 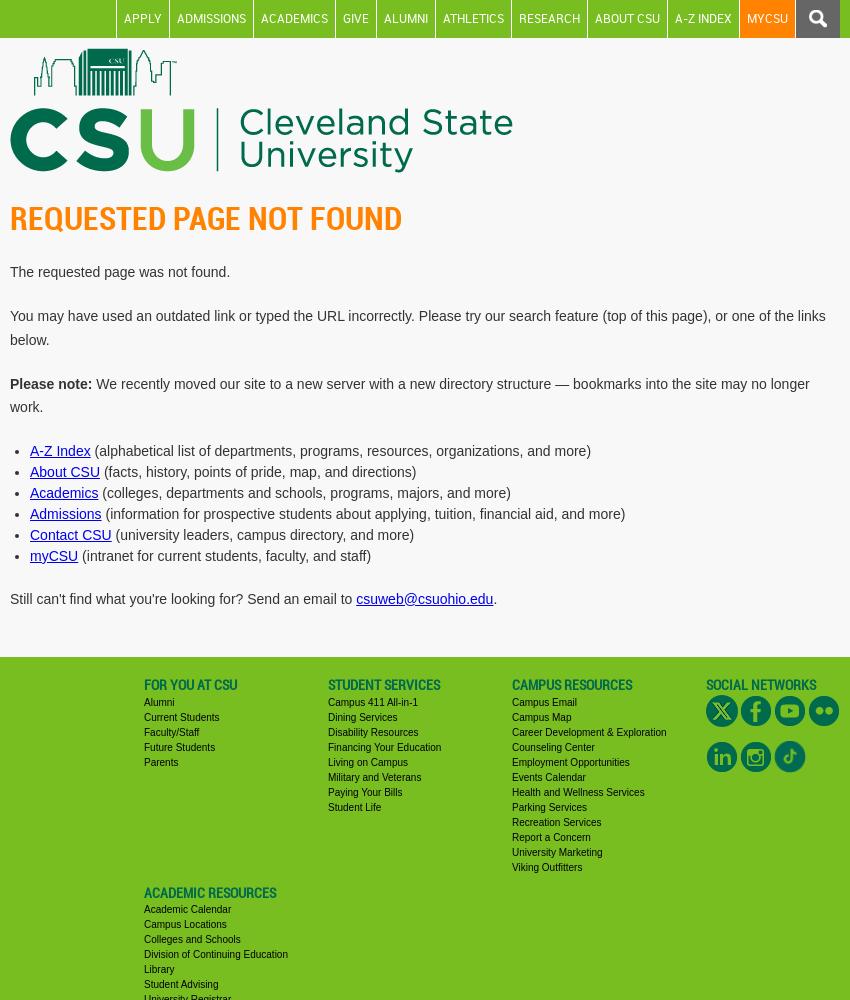 I want to click on 'Campus 411  All-in-1', so click(x=371, y=700).